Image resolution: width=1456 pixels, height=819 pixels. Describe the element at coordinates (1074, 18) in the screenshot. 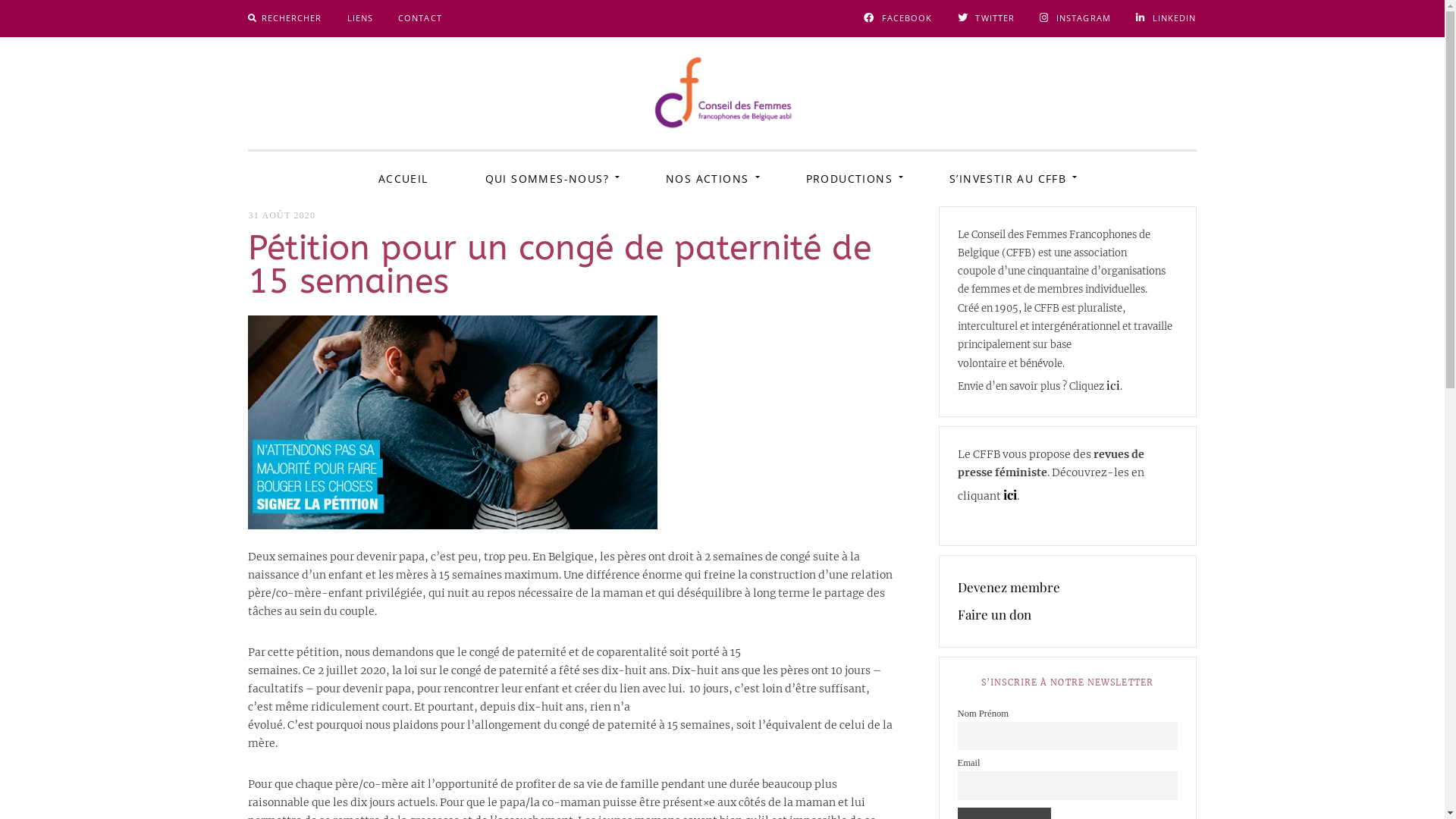

I see `'INSTAGRAM'` at that location.